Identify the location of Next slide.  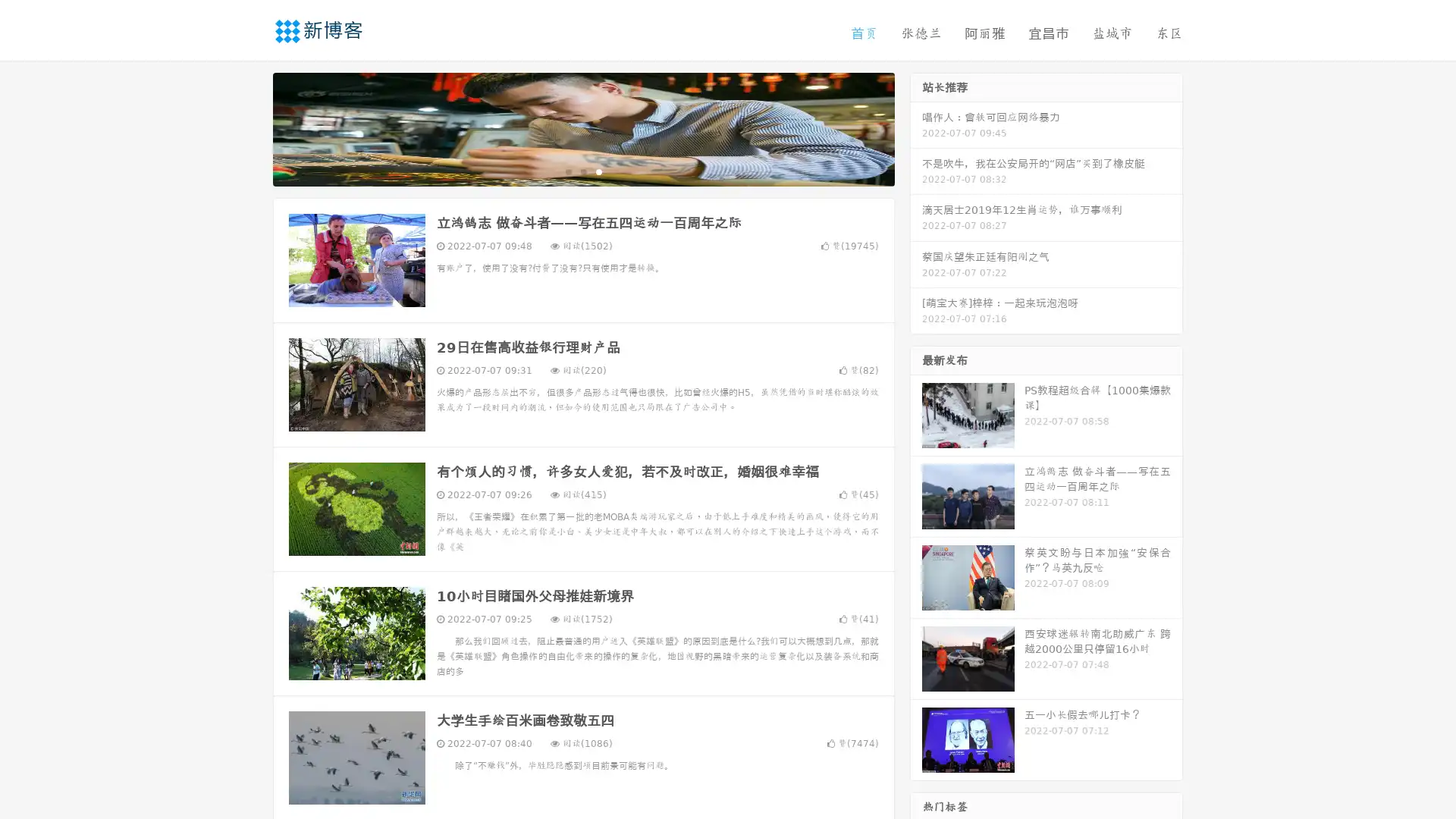
(916, 127).